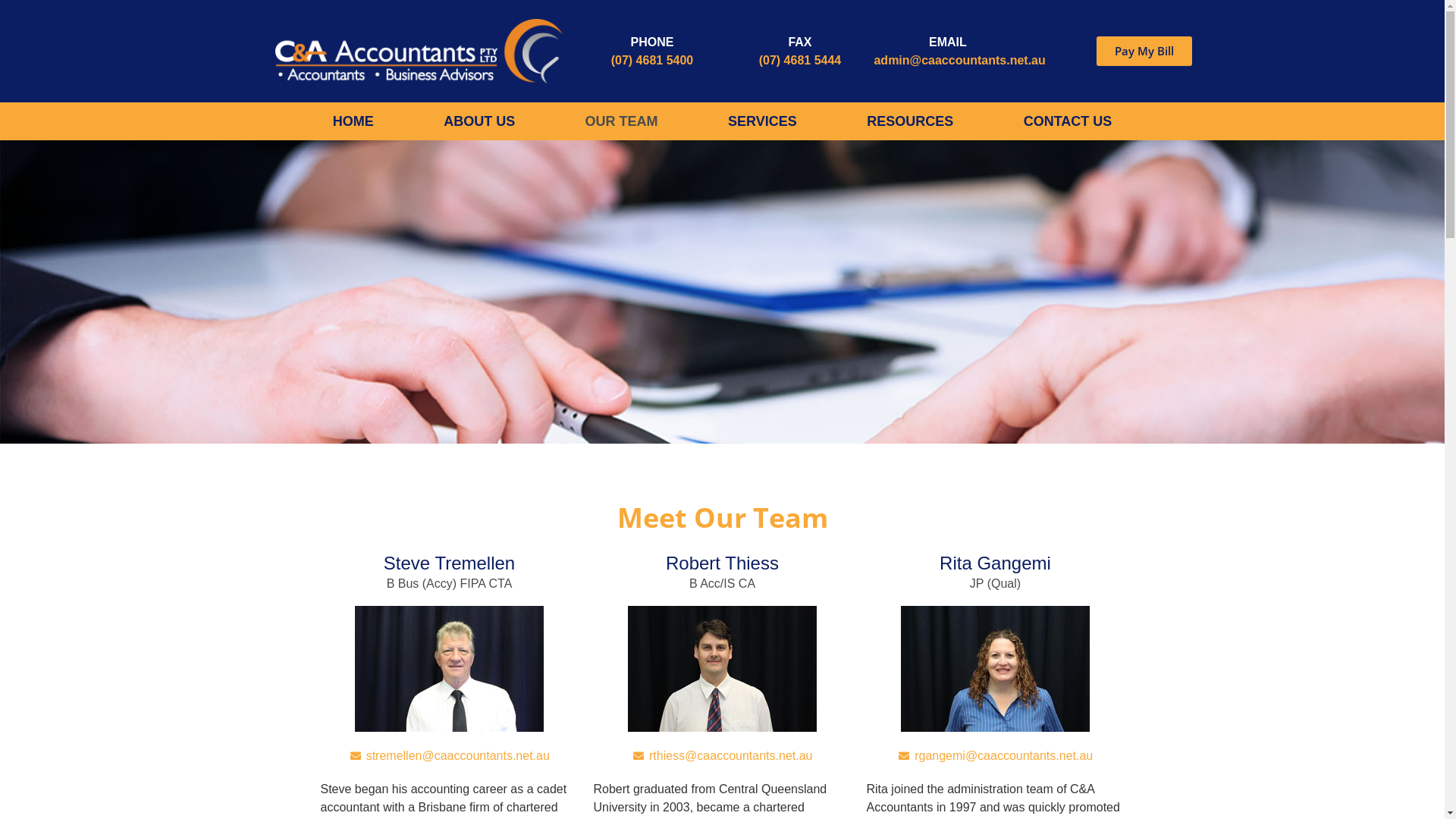 The height and width of the screenshot is (819, 1456). Describe the element at coordinates (910, 120) in the screenshot. I see `'RESOURCES'` at that location.